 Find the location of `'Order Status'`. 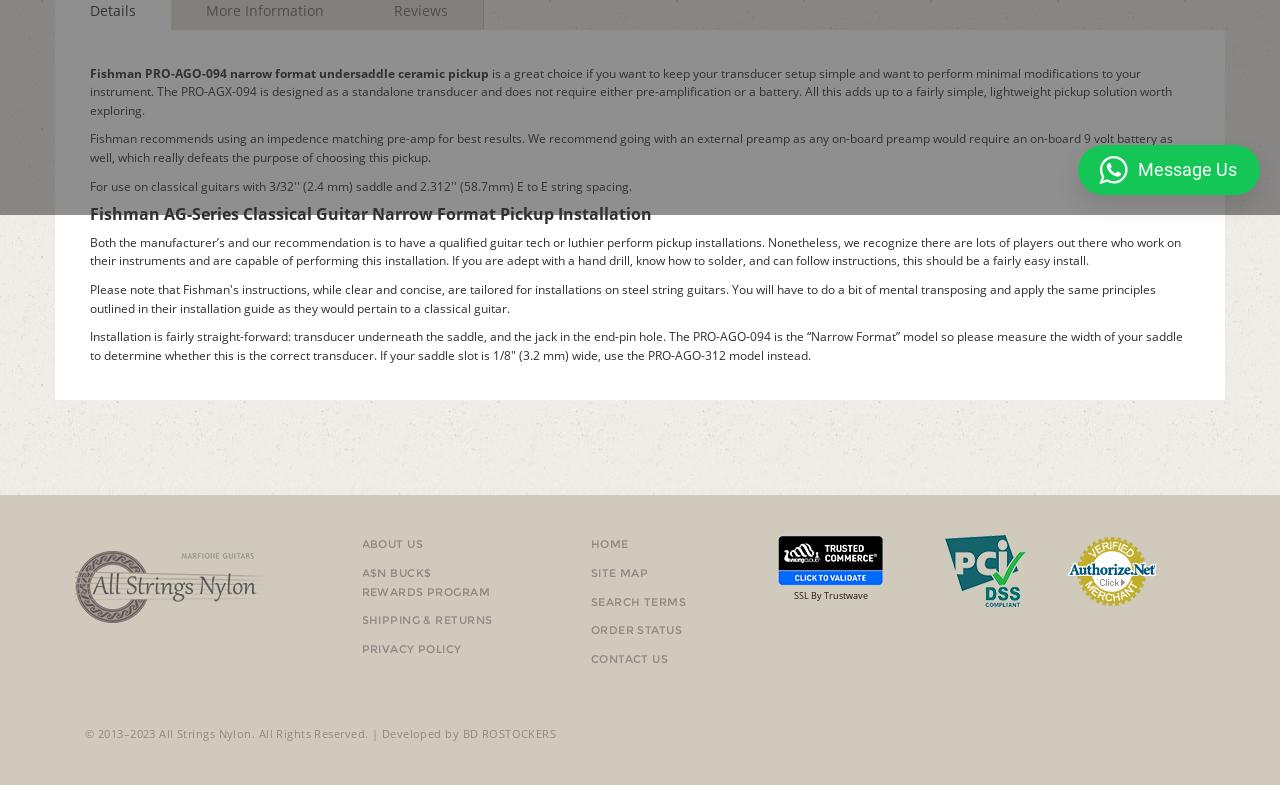

'Order Status' is located at coordinates (635, 629).